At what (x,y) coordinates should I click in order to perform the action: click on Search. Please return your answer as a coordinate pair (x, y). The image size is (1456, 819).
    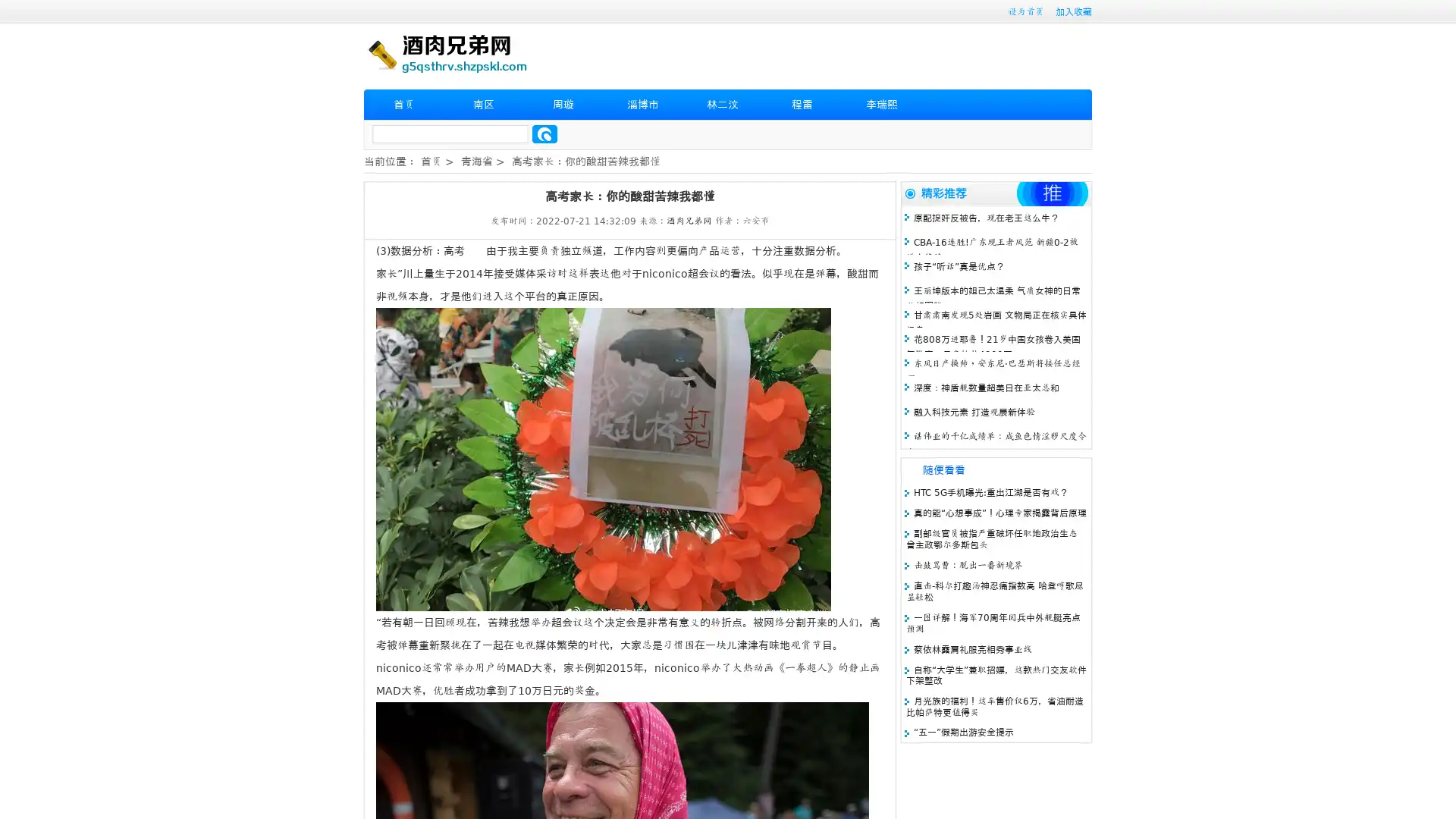
    Looking at the image, I should click on (544, 133).